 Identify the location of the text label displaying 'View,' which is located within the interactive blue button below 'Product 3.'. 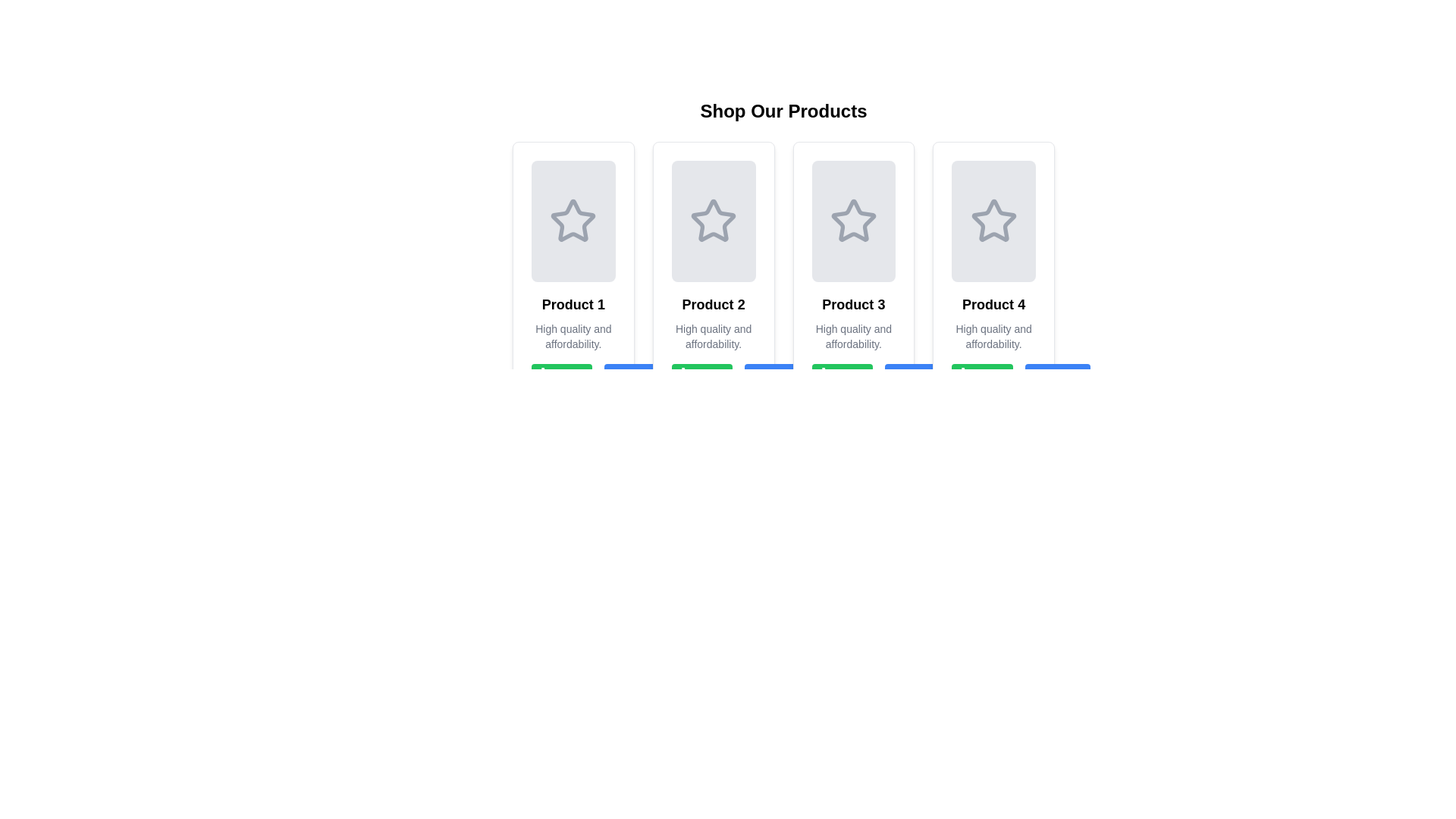
(788, 375).